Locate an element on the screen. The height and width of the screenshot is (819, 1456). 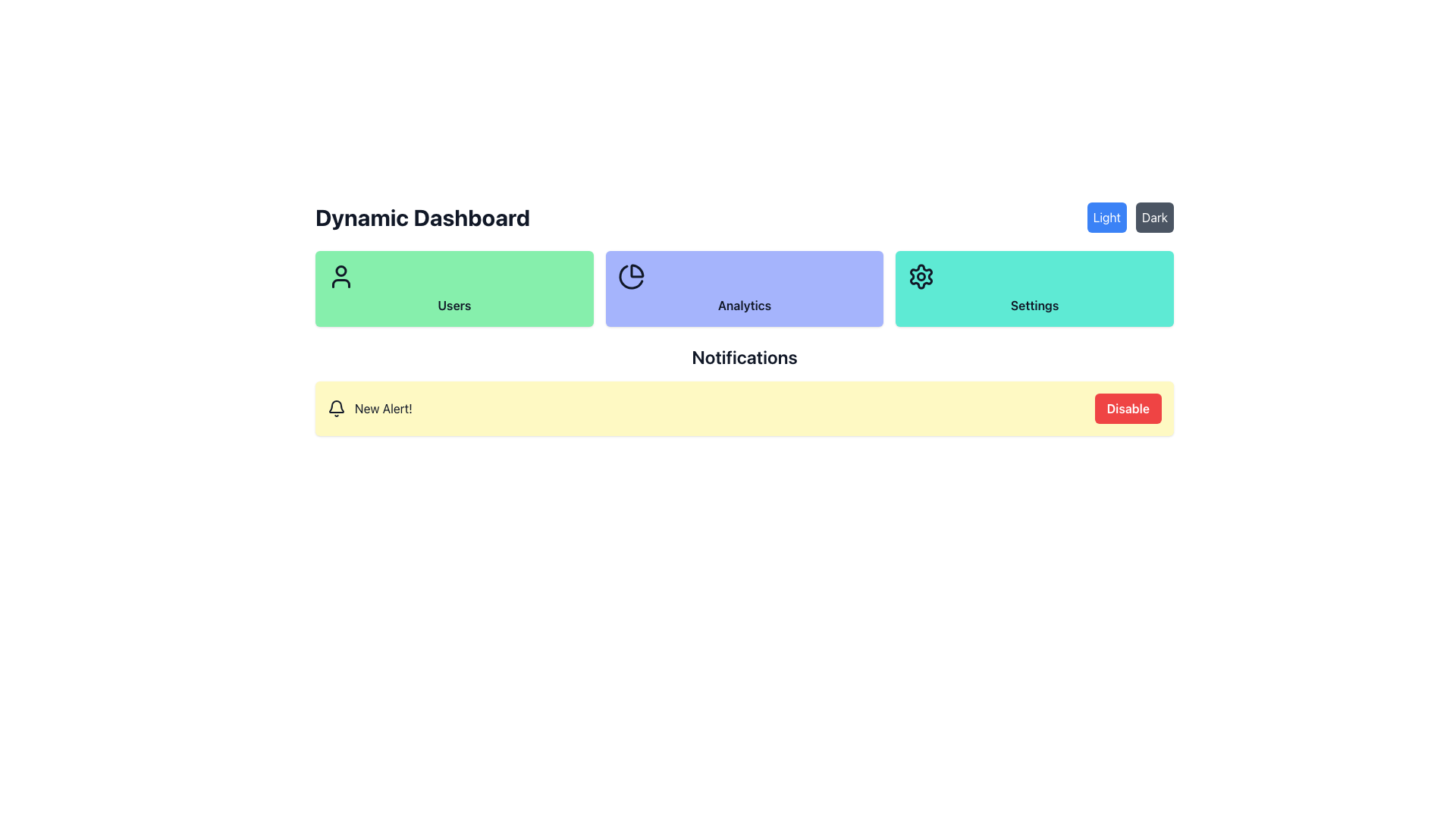
the 'Settings' button, which is the third button in a horizontal layout, positioned at the rightmost side adjacent to the 'Analytics' button is located at coordinates (1033, 289).